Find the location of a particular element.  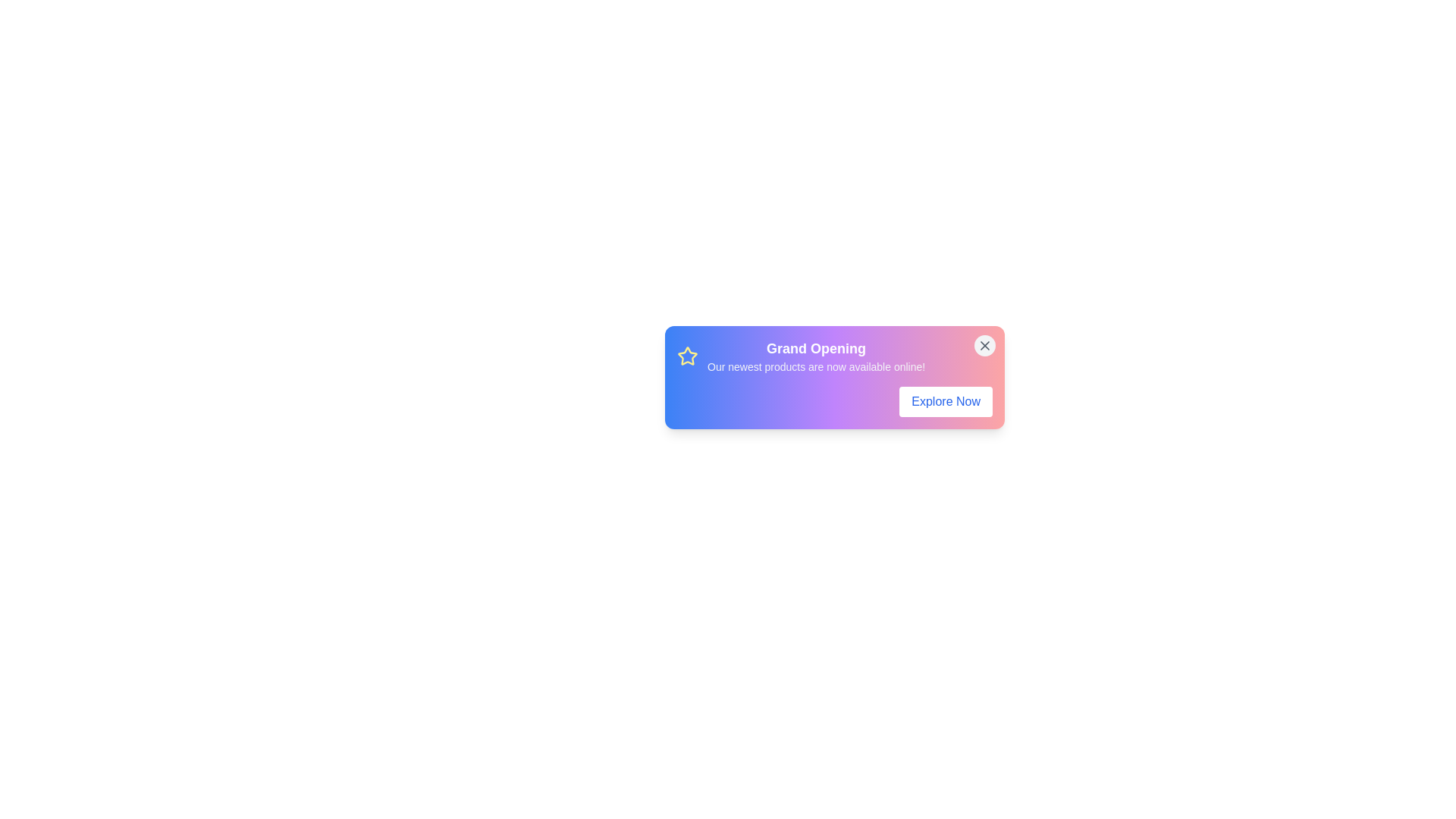

the close or dismiss button represented by a small 'X' icon located in the top-right corner of the notification card is located at coordinates (985, 345).